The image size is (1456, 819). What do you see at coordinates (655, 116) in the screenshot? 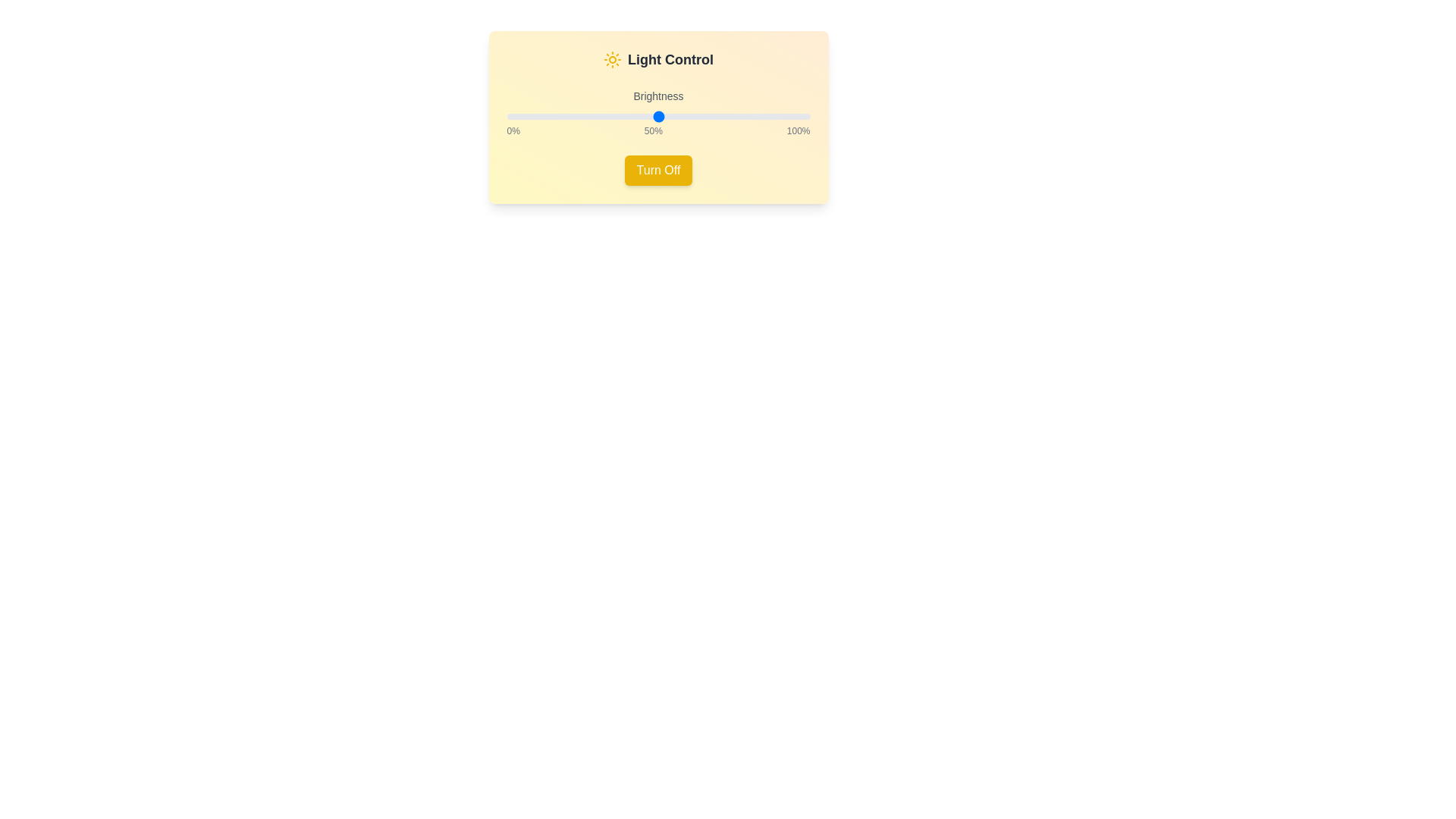
I see `Brightness` at bounding box center [655, 116].